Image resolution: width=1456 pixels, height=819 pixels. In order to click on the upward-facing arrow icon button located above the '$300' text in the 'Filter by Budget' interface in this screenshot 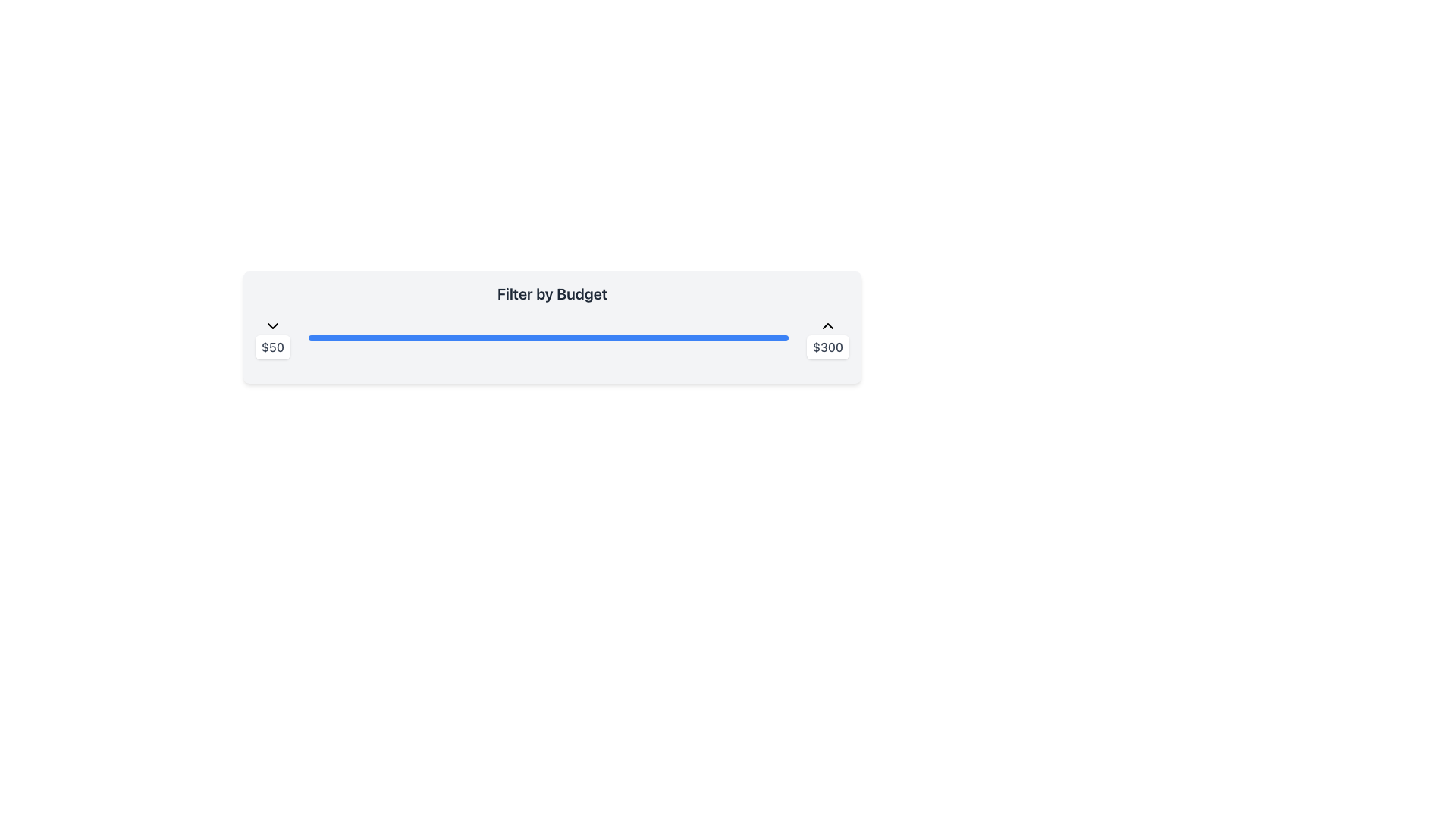, I will do `click(827, 325)`.